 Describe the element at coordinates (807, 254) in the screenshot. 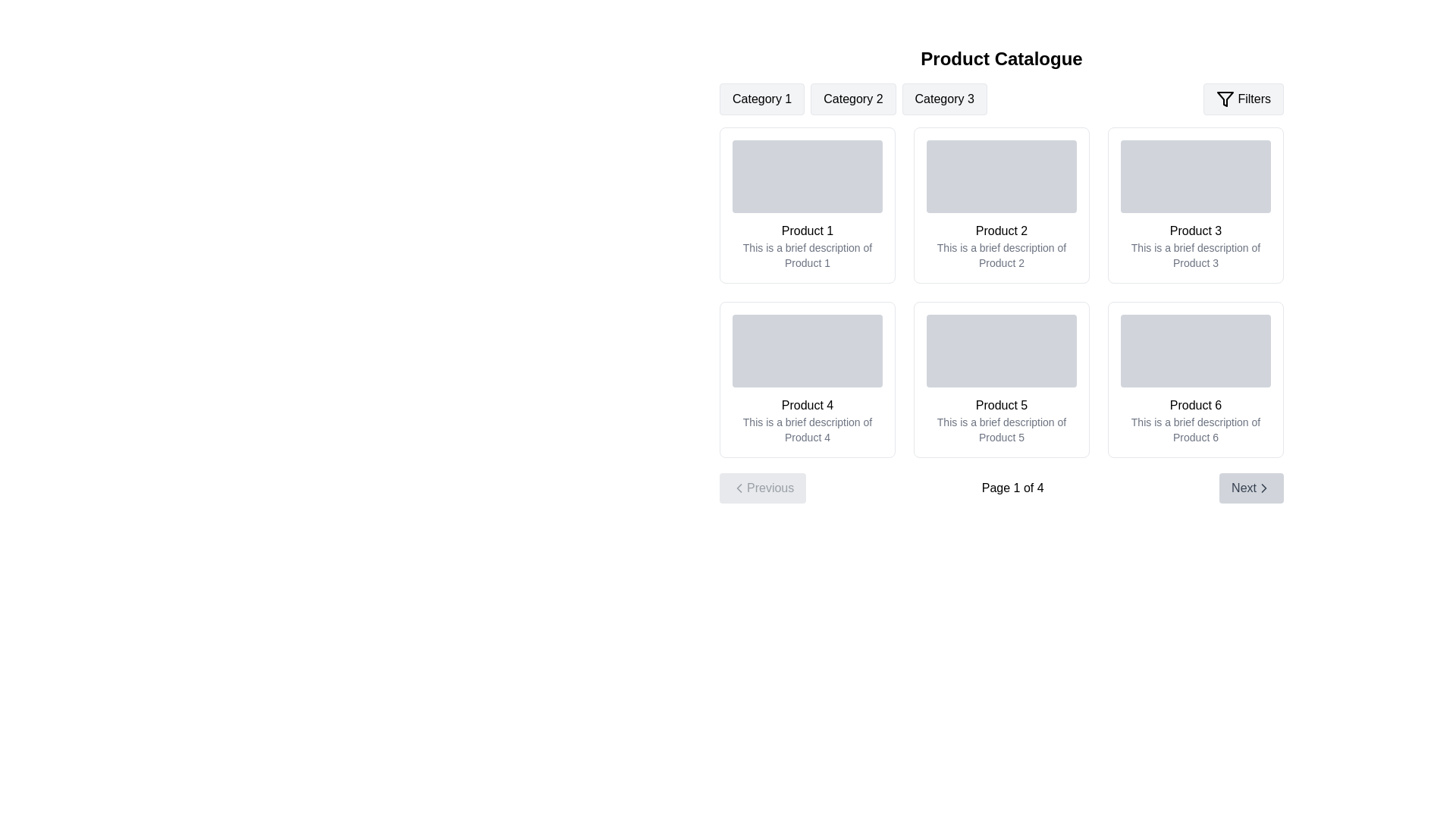

I see `text from the Text Label displaying 'This is a brief description of Product 1', which is located beneath the title 'Product 1' within the card for Product 1` at that location.